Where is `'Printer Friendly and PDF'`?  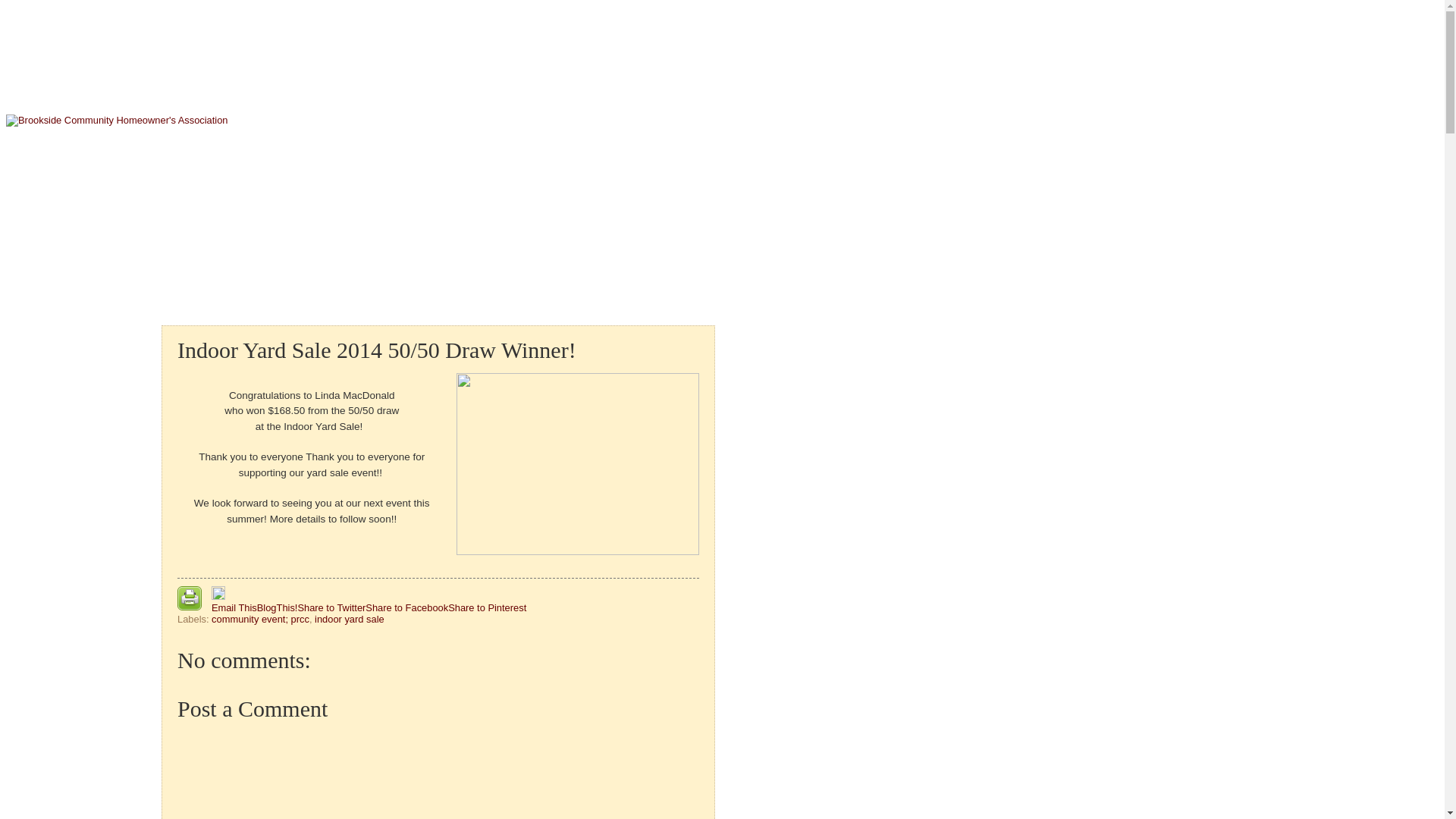
'Printer Friendly and PDF' is located at coordinates (177, 598).